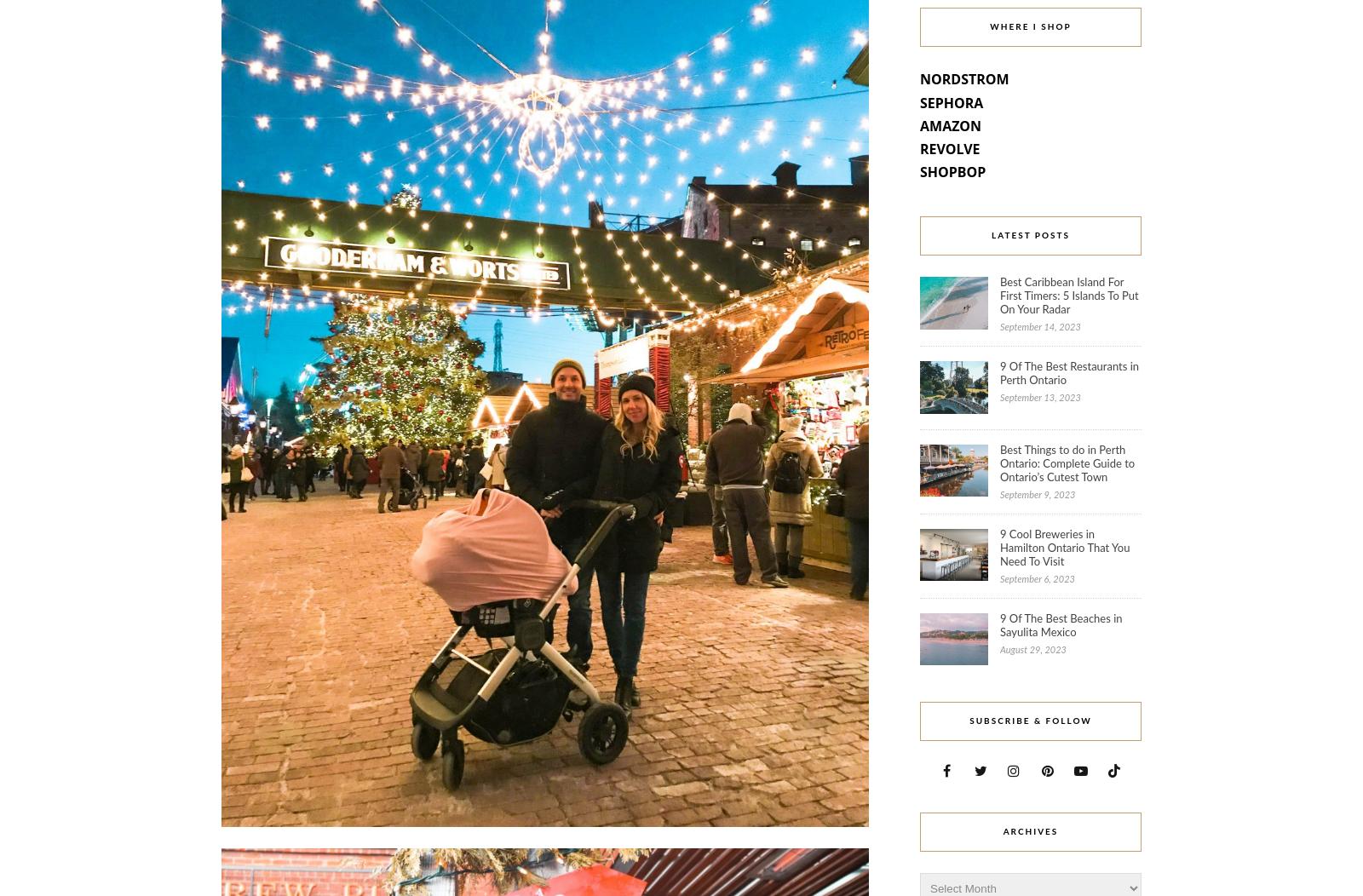  I want to click on 'Best Caribbean Island For First Timers: 5 Islands To Put On Your Radar', so click(1068, 296).